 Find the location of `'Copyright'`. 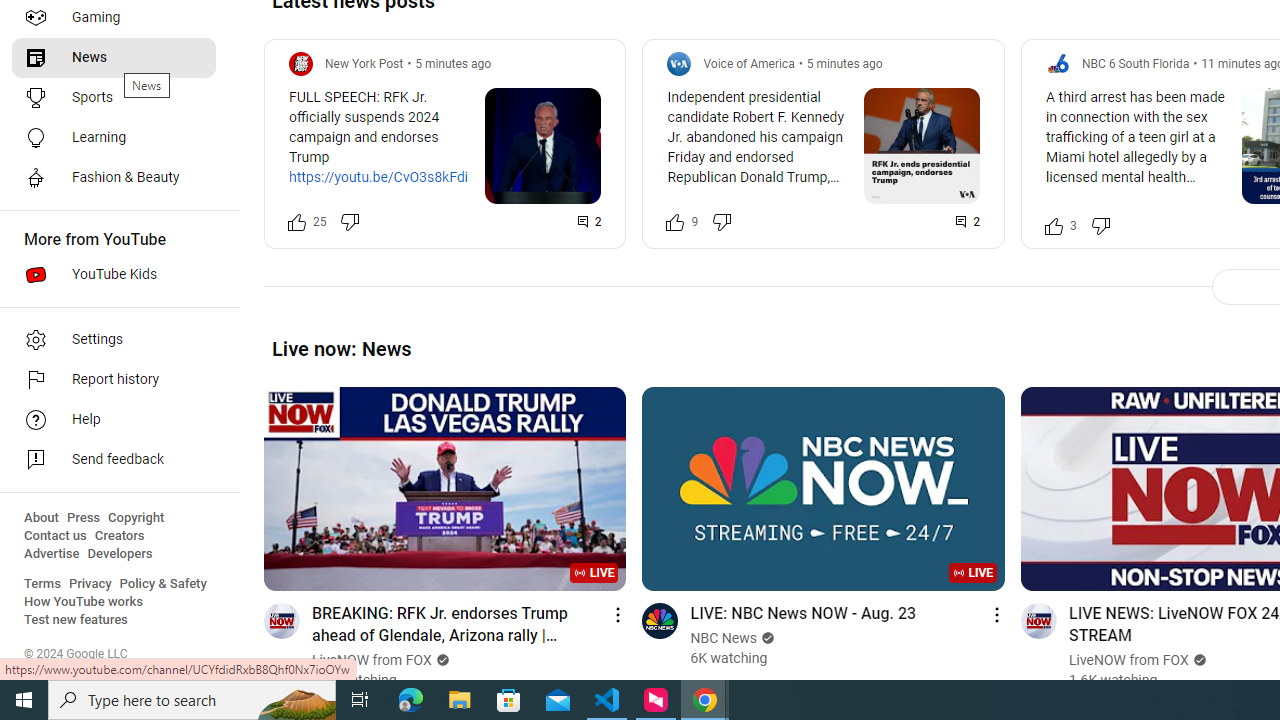

'Copyright' is located at coordinates (135, 517).